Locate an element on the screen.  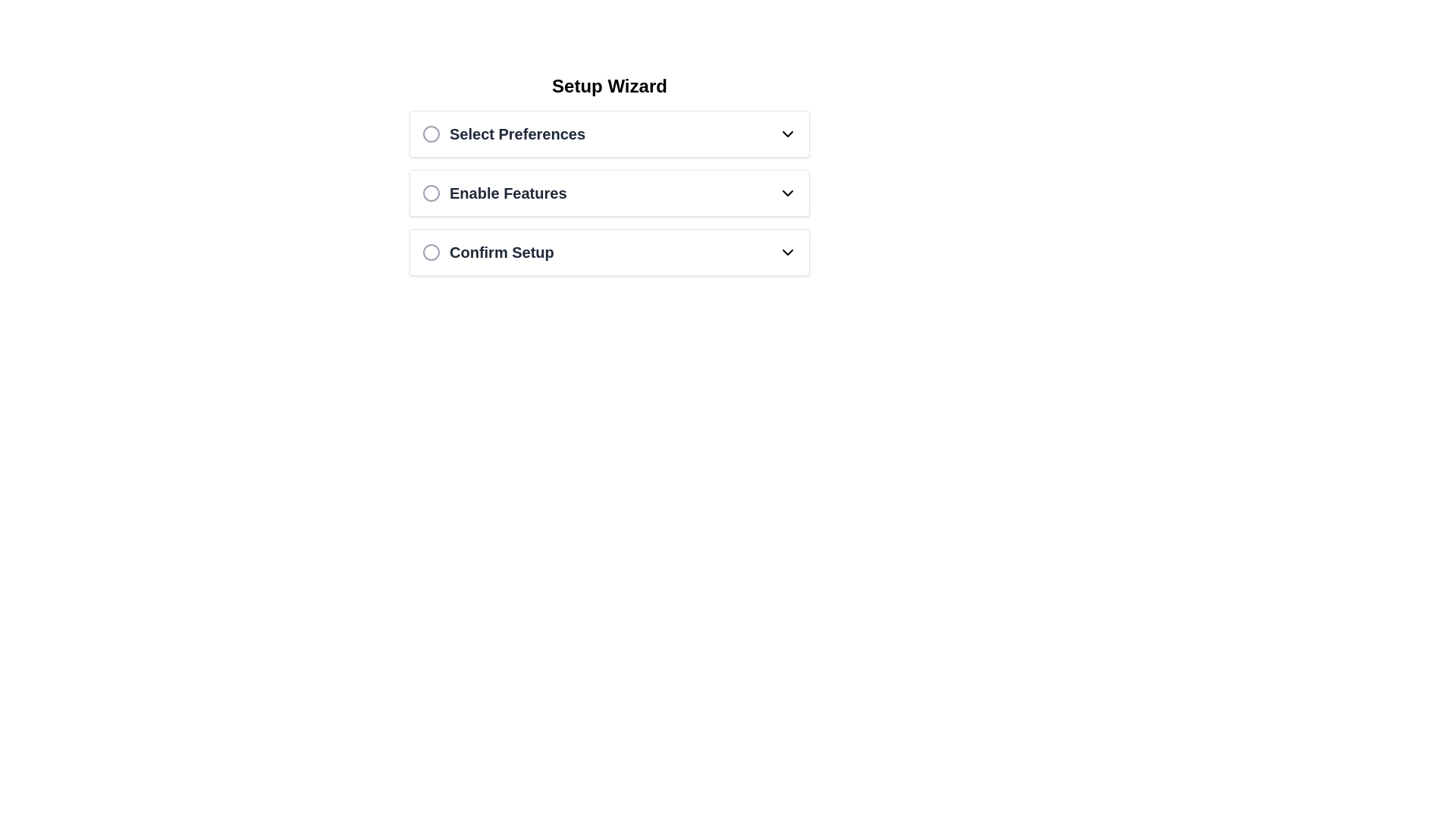
the 'Enable Features' toggle option which is the second option in the vertical listing under 'Select Preferences' within the 'Setup Wizard' is located at coordinates (610, 192).